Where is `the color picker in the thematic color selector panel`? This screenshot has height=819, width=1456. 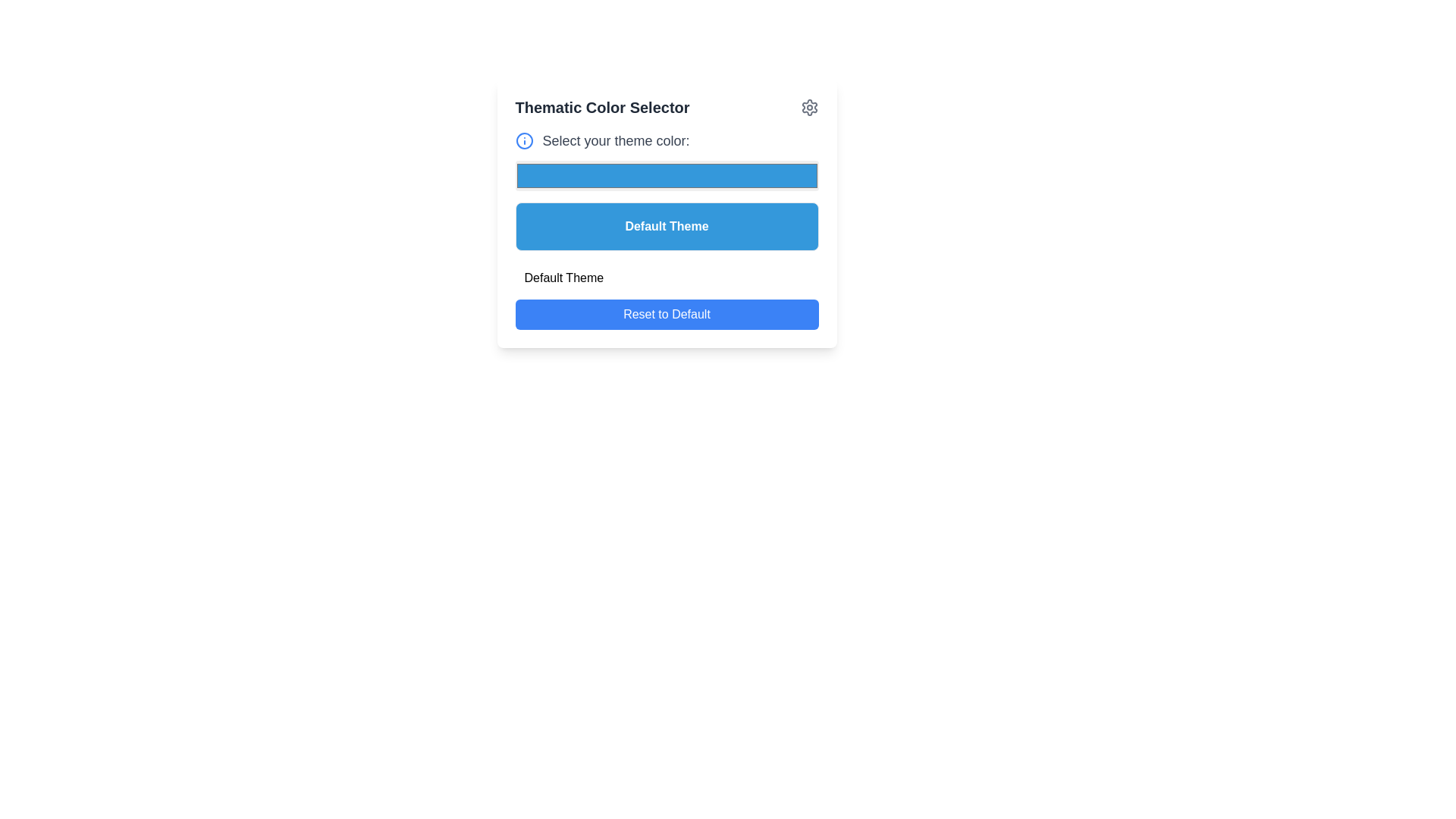 the color picker in the thematic color selector panel is located at coordinates (667, 190).